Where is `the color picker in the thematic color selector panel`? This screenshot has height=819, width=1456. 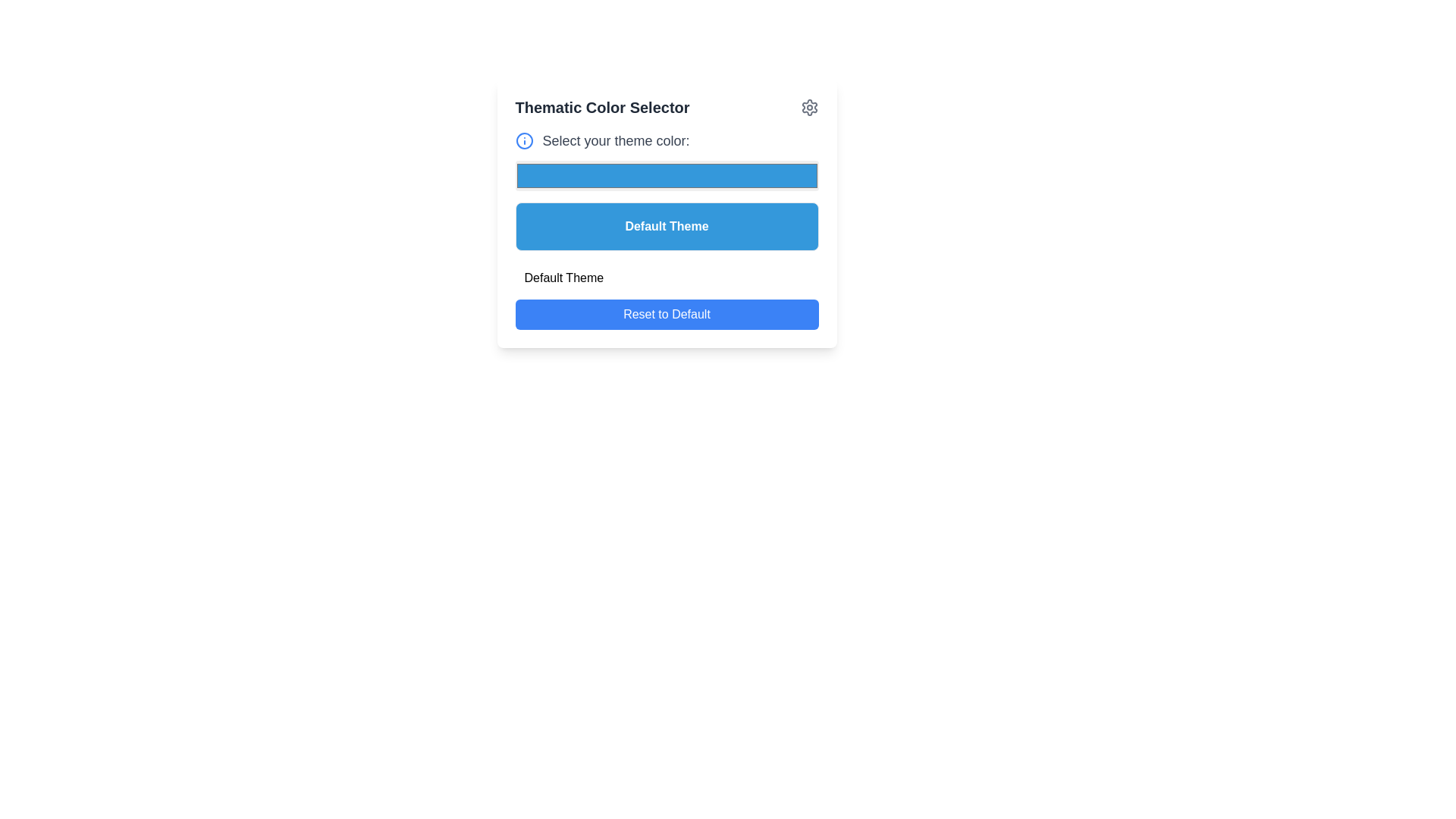 the color picker in the thematic color selector panel is located at coordinates (667, 190).